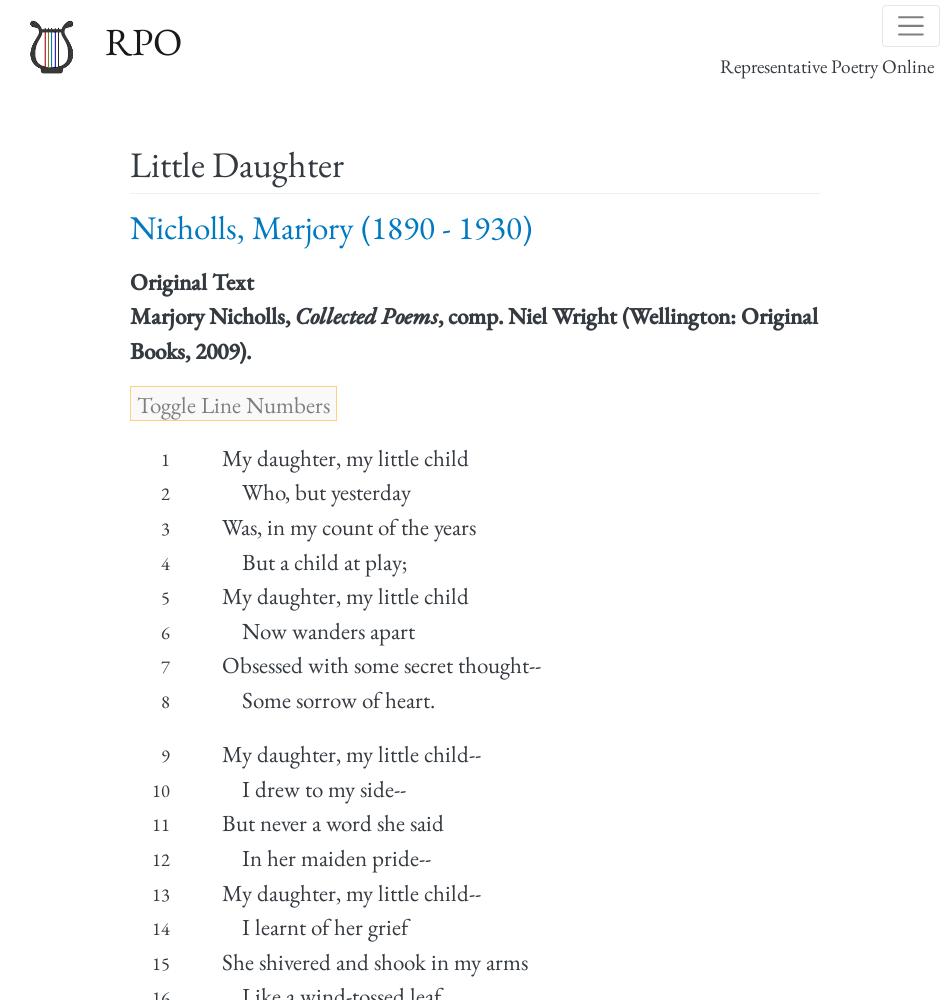  I want to click on 'But never a word she said', so click(220, 822).